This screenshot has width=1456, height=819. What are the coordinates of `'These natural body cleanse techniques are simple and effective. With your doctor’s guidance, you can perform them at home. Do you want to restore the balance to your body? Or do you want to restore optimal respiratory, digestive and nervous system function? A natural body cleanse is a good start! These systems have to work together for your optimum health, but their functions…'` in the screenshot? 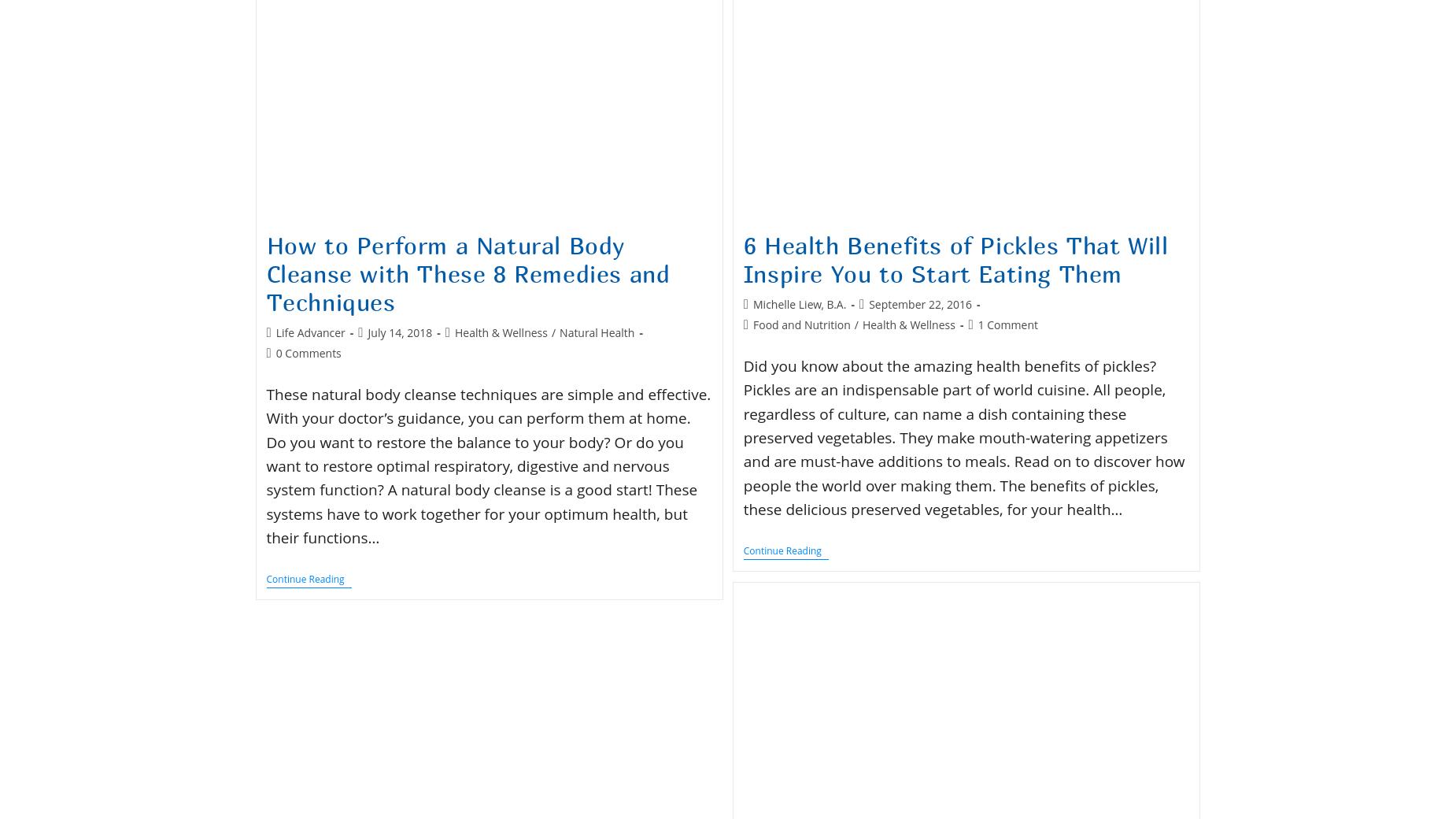 It's located at (264, 465).